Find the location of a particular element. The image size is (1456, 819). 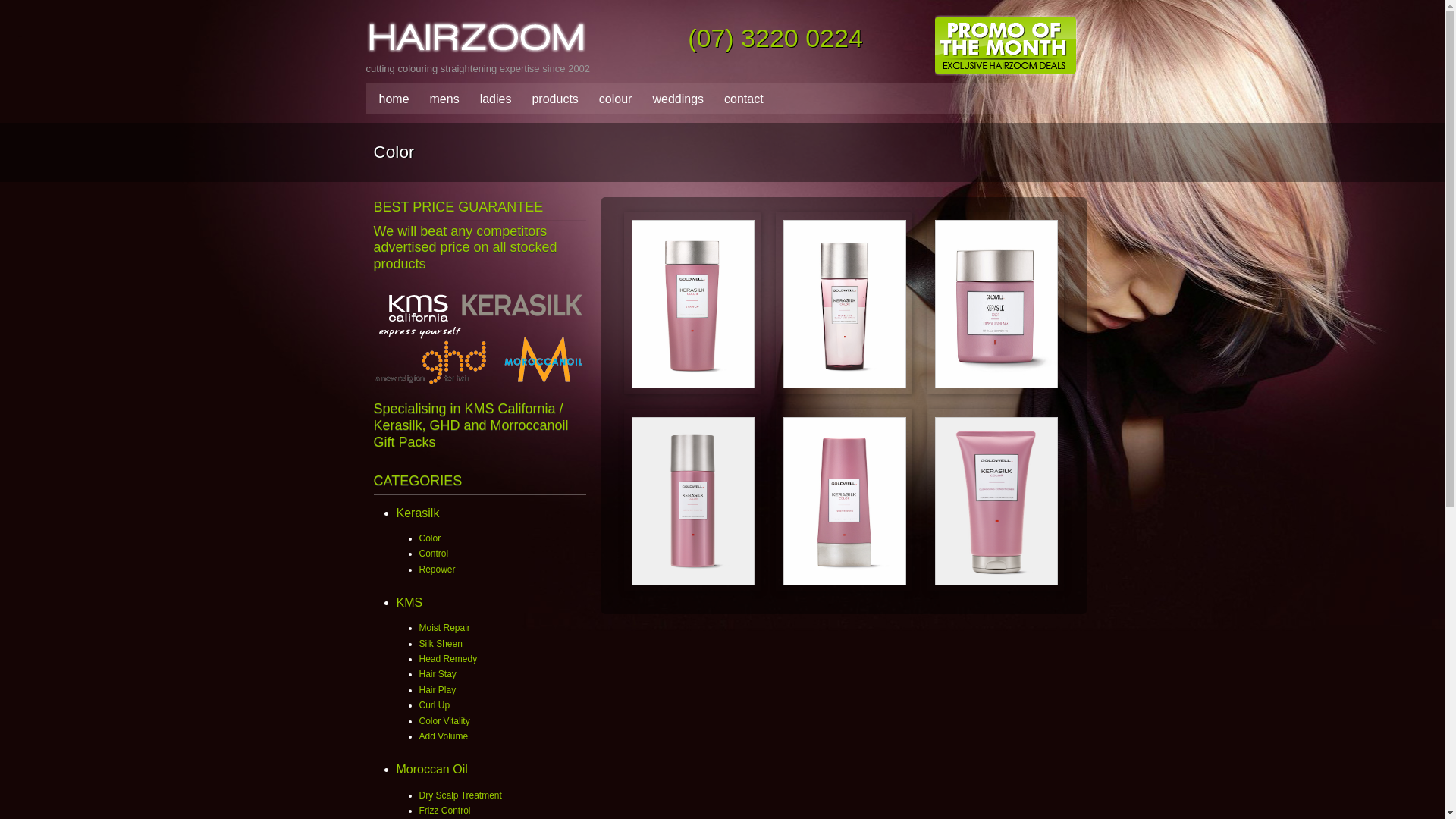

'Hair Play' is located at coordinates (436, 690).